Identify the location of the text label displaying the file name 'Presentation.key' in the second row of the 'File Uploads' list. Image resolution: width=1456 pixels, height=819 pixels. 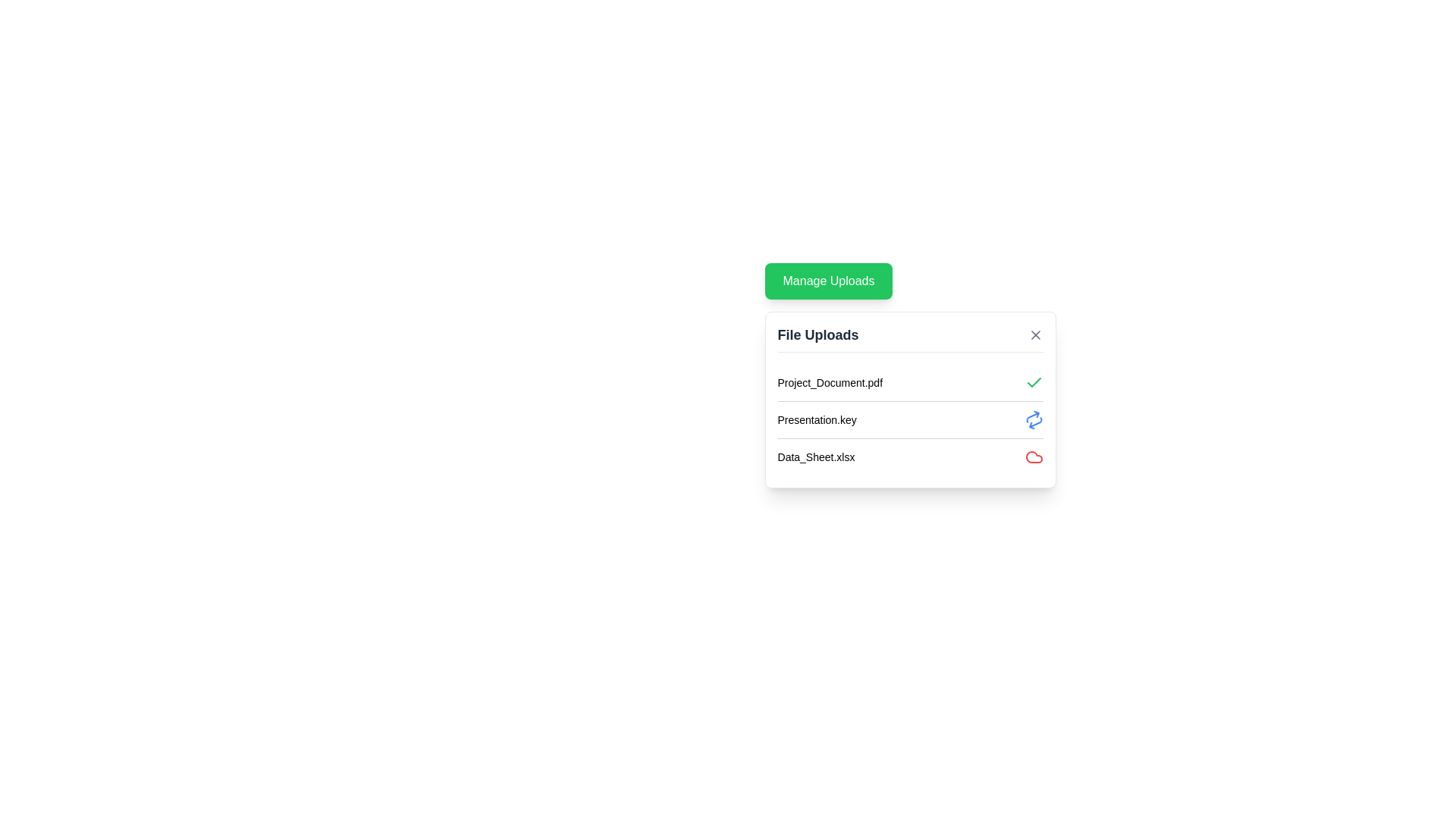
(816, 420).